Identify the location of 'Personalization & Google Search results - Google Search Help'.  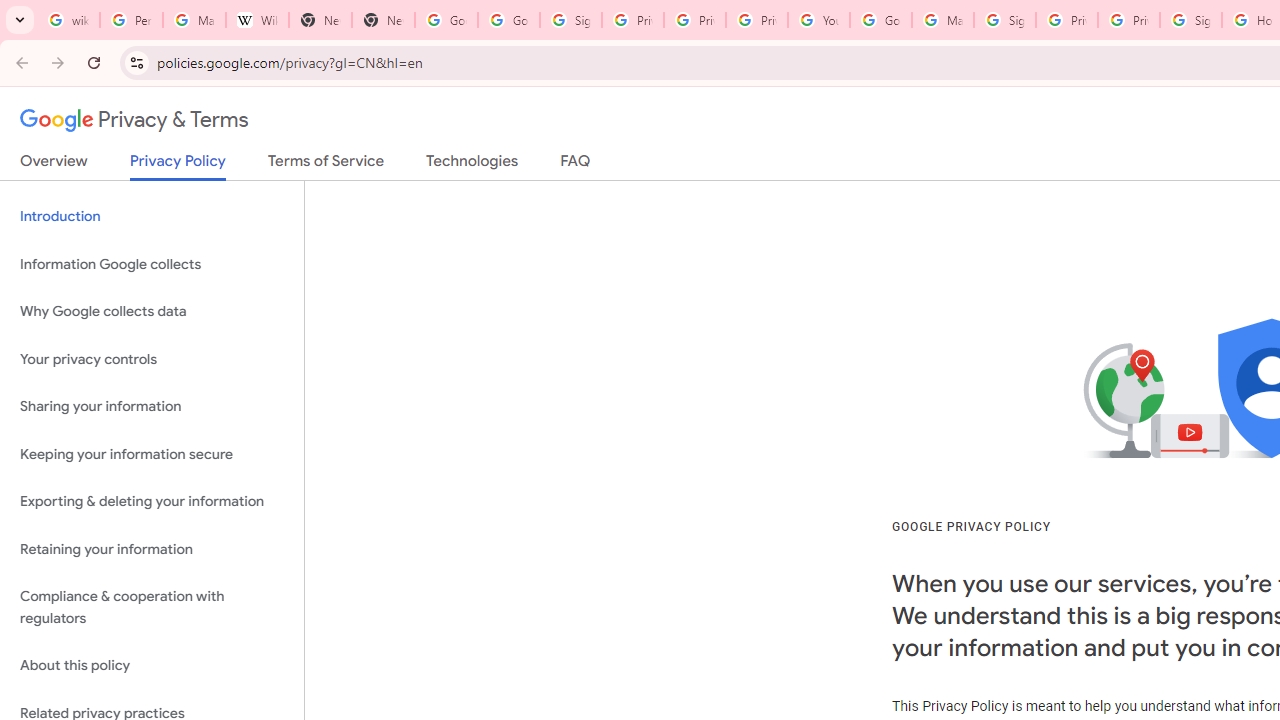
(130, 20).